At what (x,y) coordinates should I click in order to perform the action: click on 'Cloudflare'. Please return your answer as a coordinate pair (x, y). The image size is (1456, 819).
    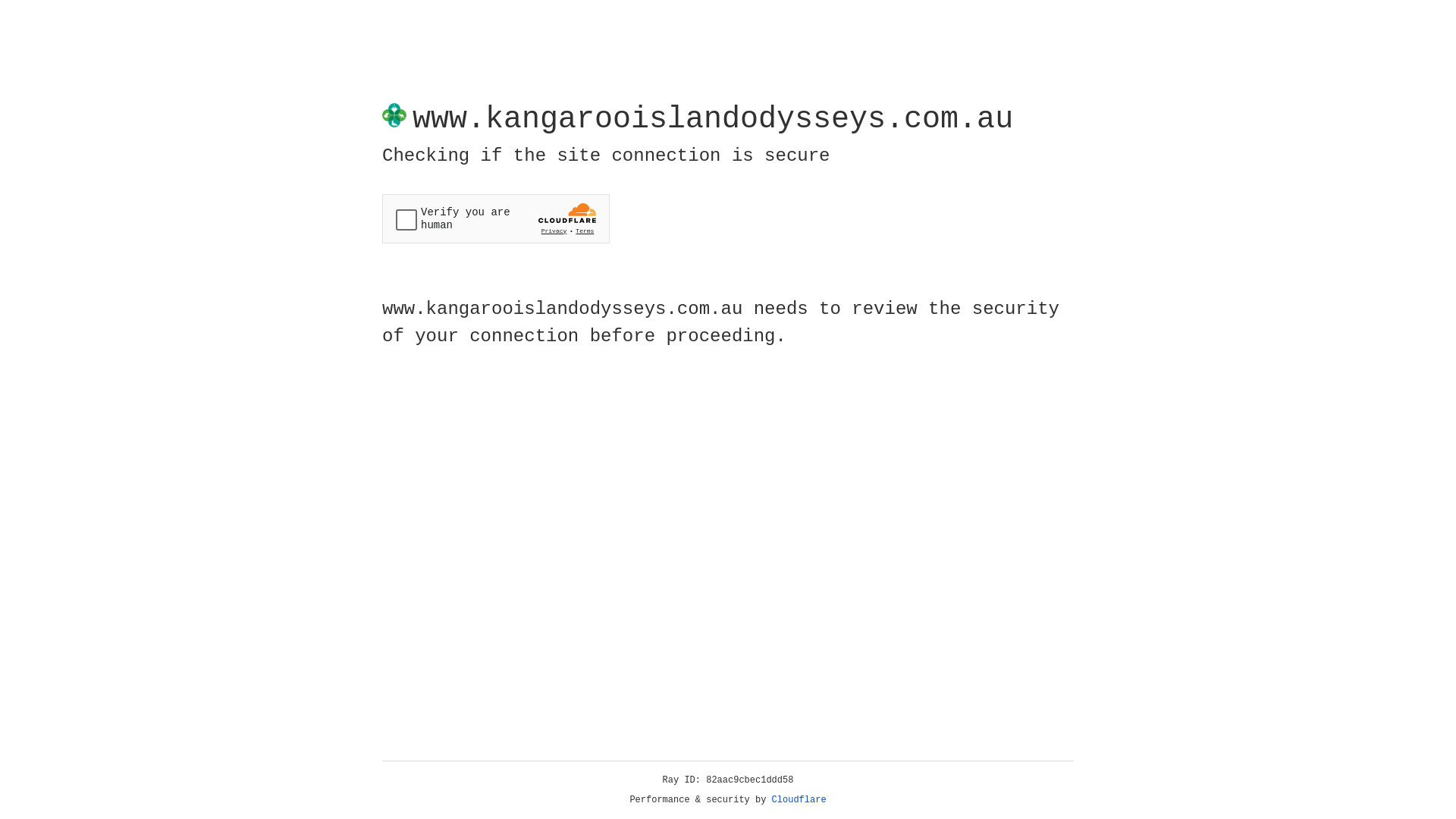
    Looking at the image, I should click on (799, 799).